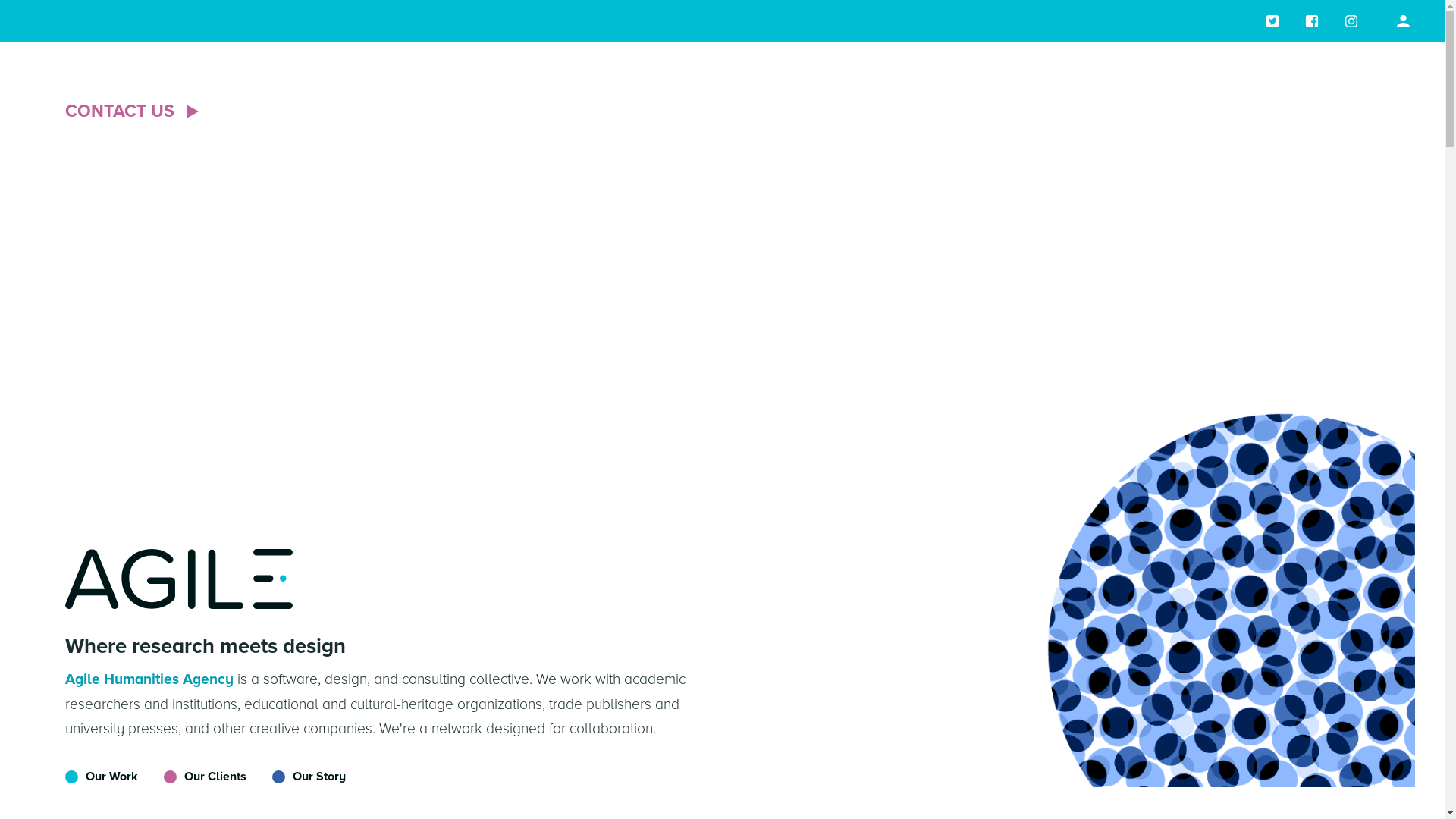 The image size is (1456, 819). Describe the element at coordinates (1402, 20) in the screenshot. I see `'profile page'` at that location.